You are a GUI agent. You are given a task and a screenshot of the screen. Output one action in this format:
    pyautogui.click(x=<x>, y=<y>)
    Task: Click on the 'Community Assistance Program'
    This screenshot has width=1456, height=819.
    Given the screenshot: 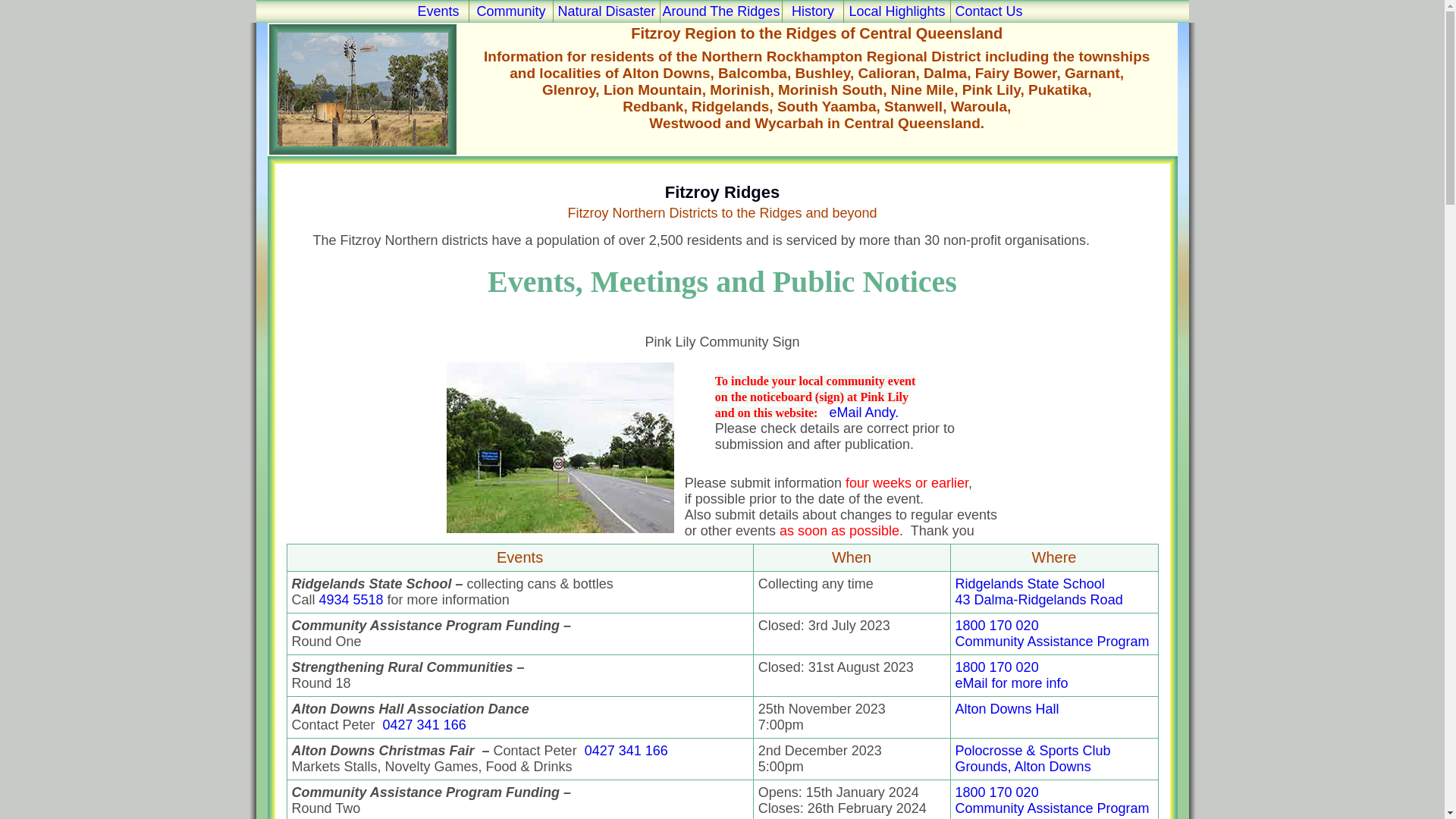 What is the action you would take?
    pyautogui.click(x=1051, y=641)
    